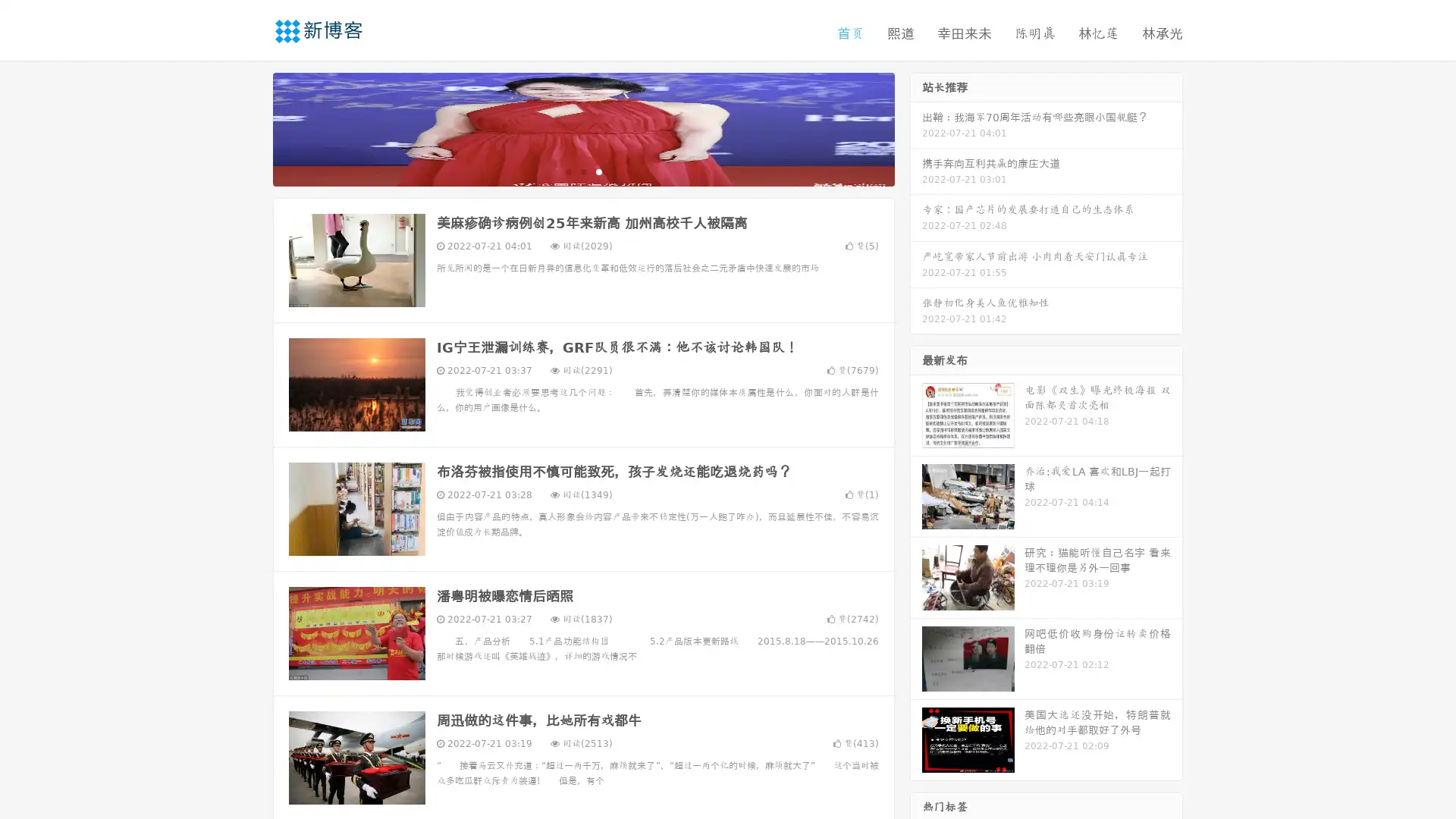 The height and width of the screenshot is (819, 1456). What do you see at coordinates (916, 127) in the screenshot?
I see `Next slide` at bounding box center [916, 127].